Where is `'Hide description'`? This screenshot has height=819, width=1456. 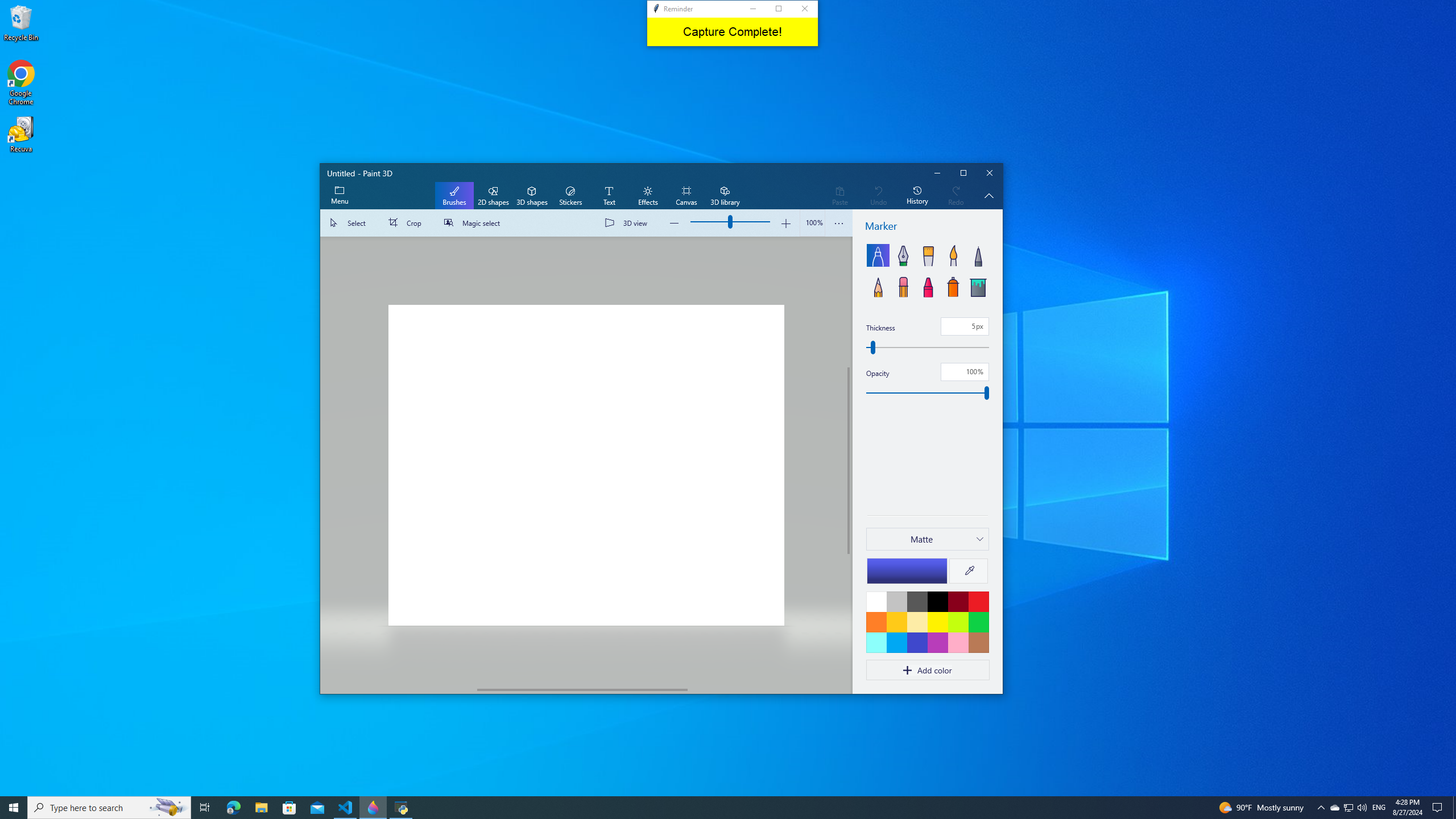 'Hide description' is located at coordinates (988, 196).